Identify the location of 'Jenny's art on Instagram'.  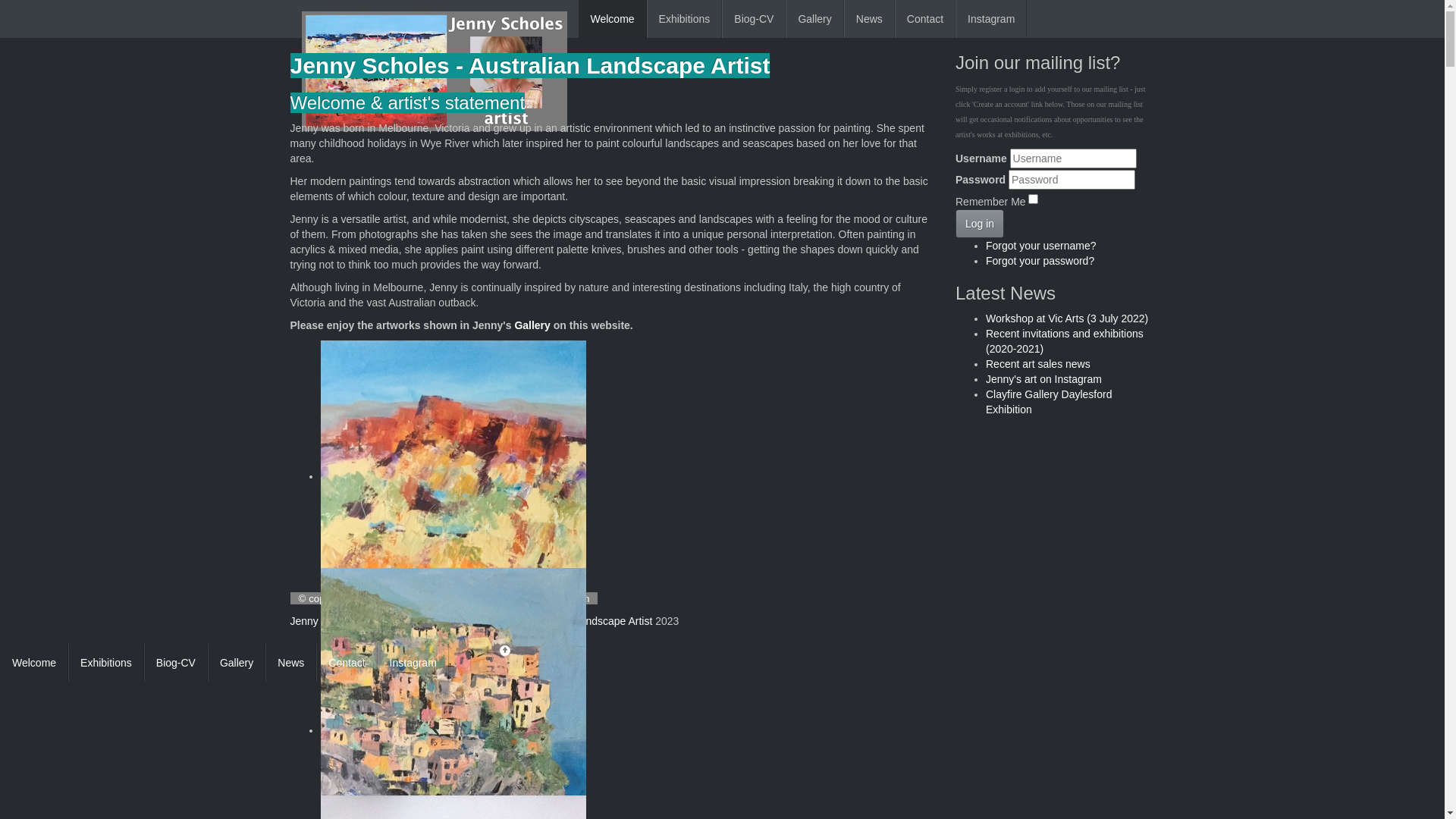
(1043, 378).